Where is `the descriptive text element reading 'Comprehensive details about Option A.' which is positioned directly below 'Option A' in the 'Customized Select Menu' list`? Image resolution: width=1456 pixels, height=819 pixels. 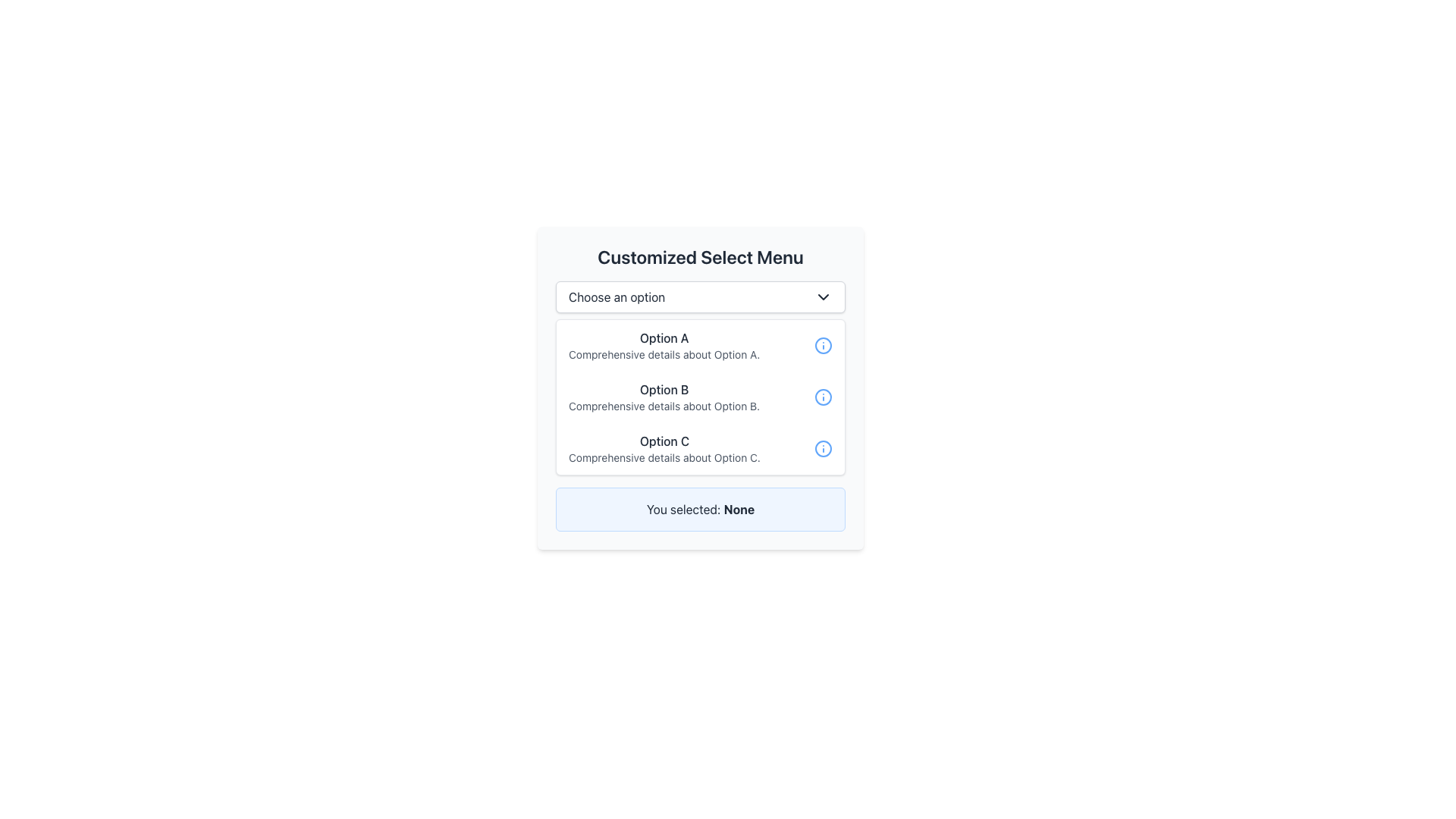
the descriptive text element reading 'Comprehensive details about Option A.' which is positioned directly below 'Option A' in the 'Customized Select Menu' list is located at coordinates (664, 354).